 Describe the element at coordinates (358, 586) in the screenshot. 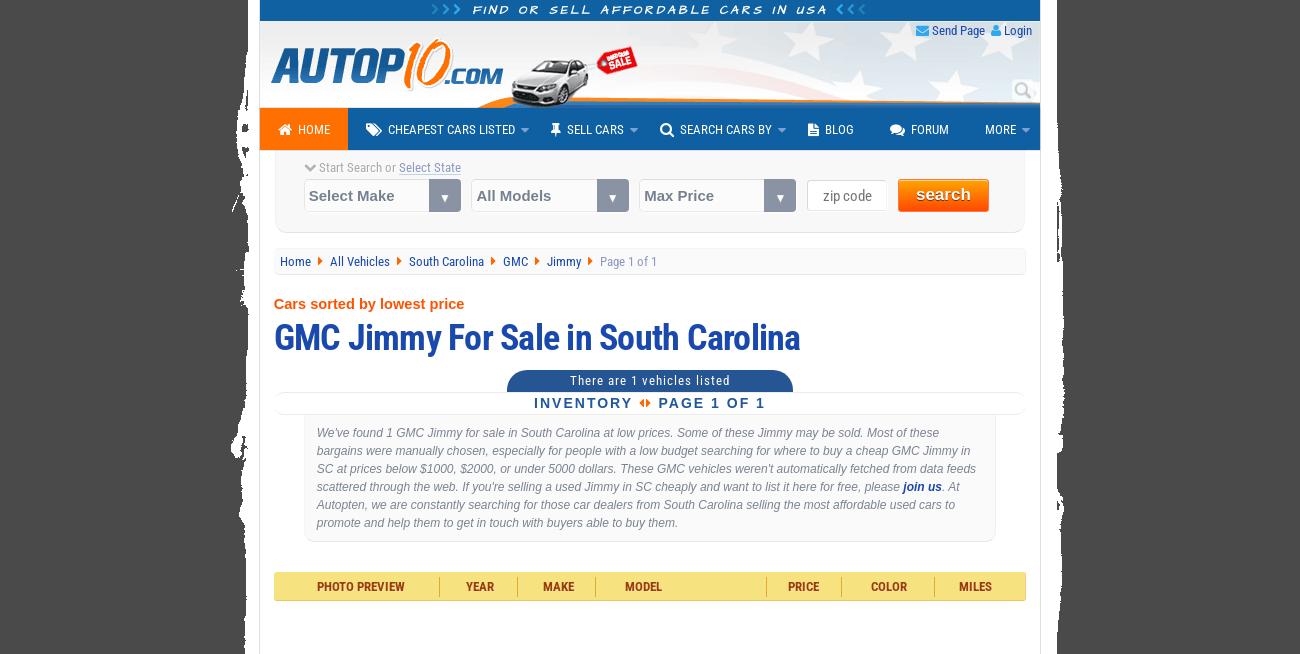

I see `'Photo Preview'` at that location.